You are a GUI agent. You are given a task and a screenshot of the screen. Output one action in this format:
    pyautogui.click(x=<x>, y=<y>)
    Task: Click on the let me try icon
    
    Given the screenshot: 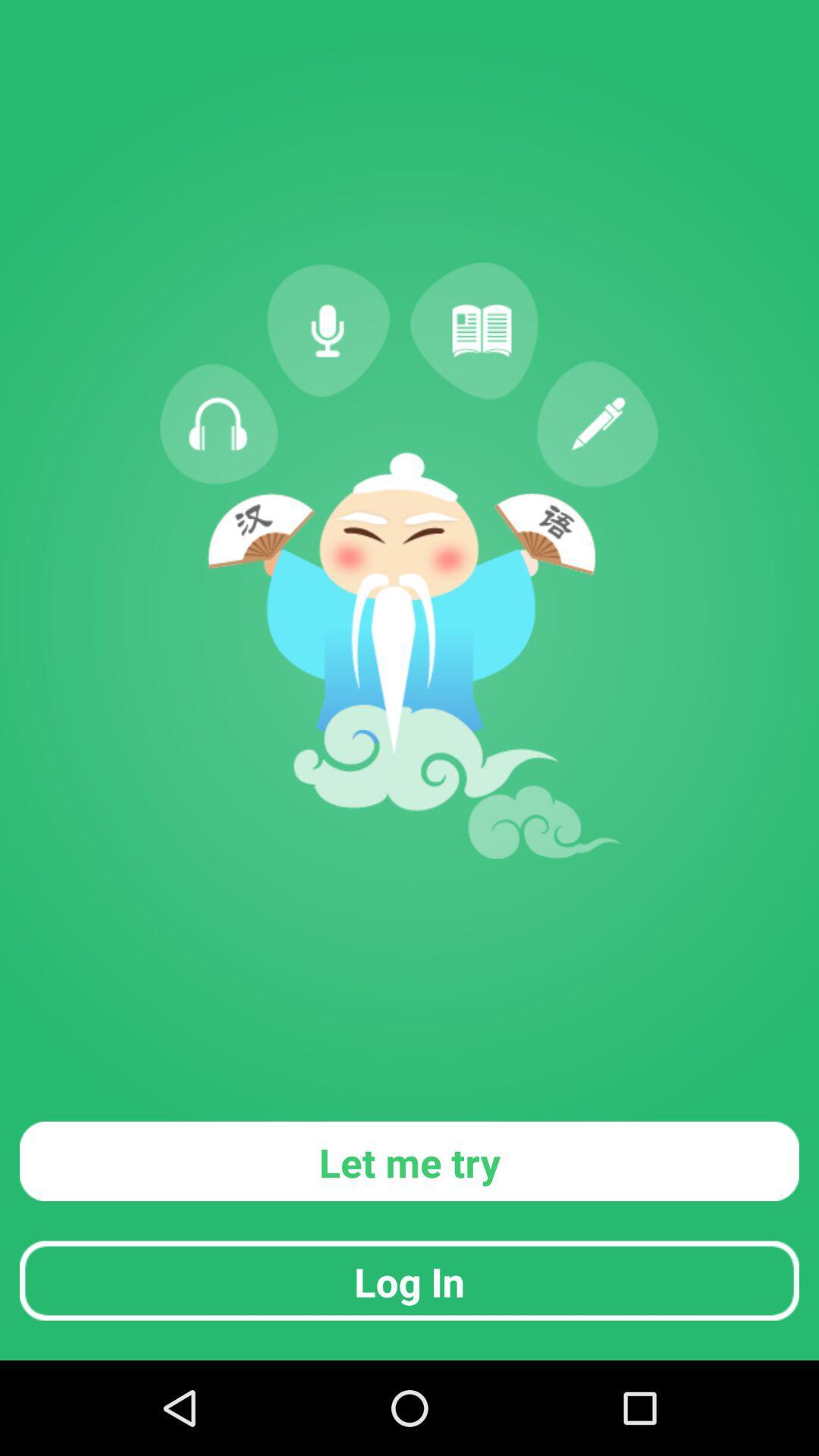 What is the action you would take?
    pyautogui.click(x=409, y=1160)
    